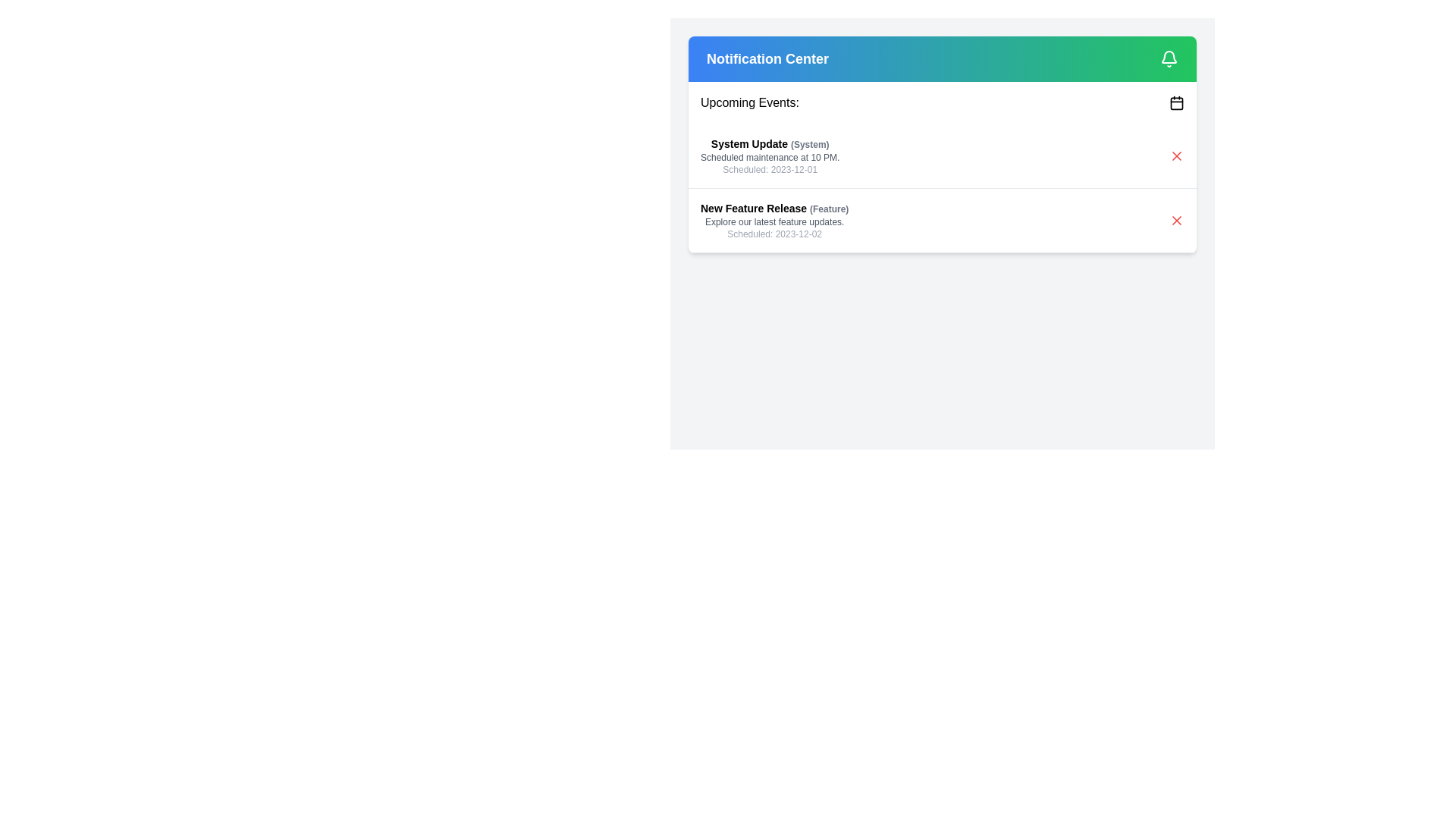 The width and height of the screenshot is (1456, 819). I want to click on the text label displaying '(System)' located within the 'System Update (System)' content area in the 'Notification Center' modal, so click(809, 145).